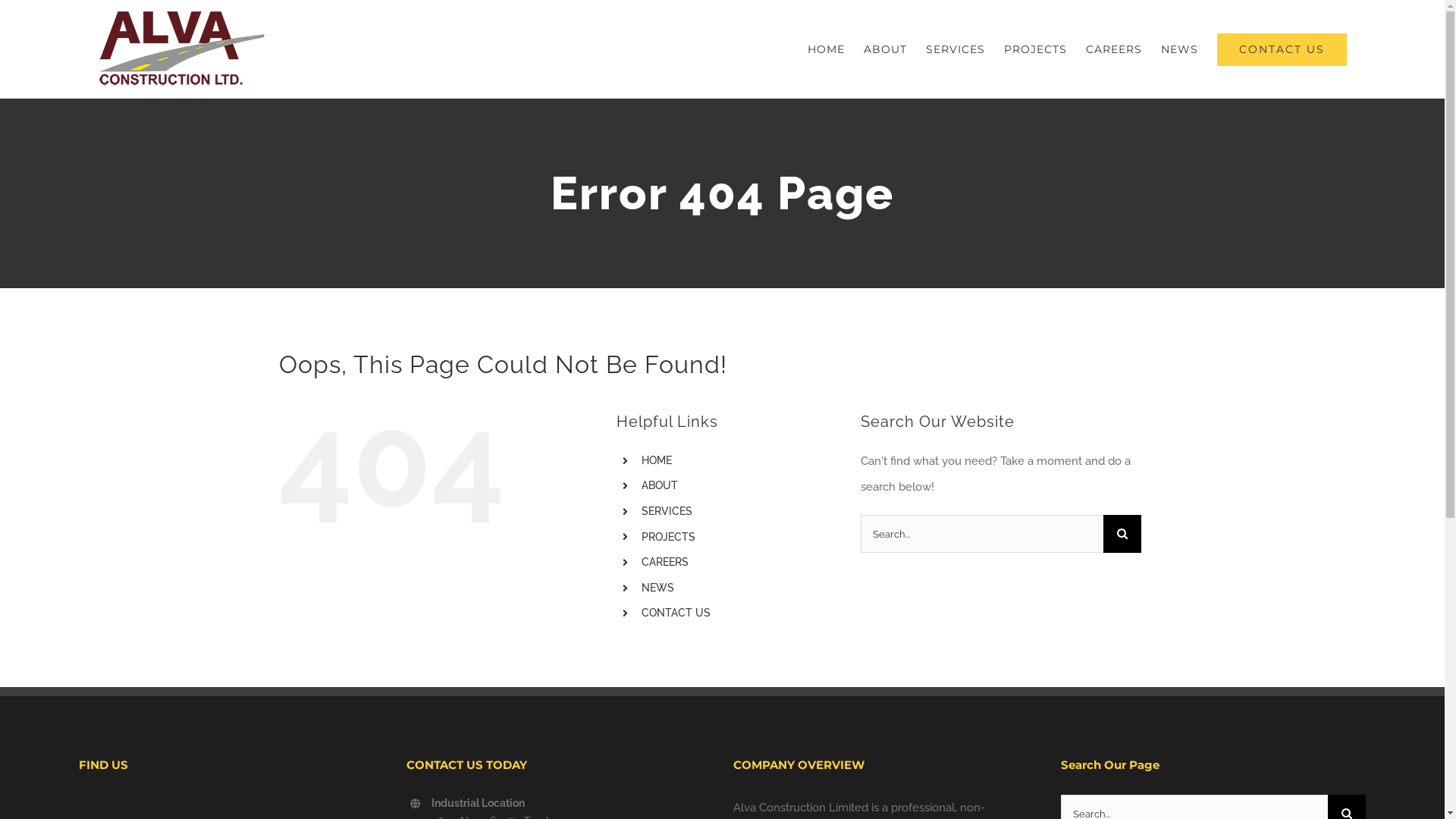 The height and width of the screenshot is (819, 1456). Describe the element at coordinates (667, 511) in the screenshot. I see `'SERVICES'` at that location.